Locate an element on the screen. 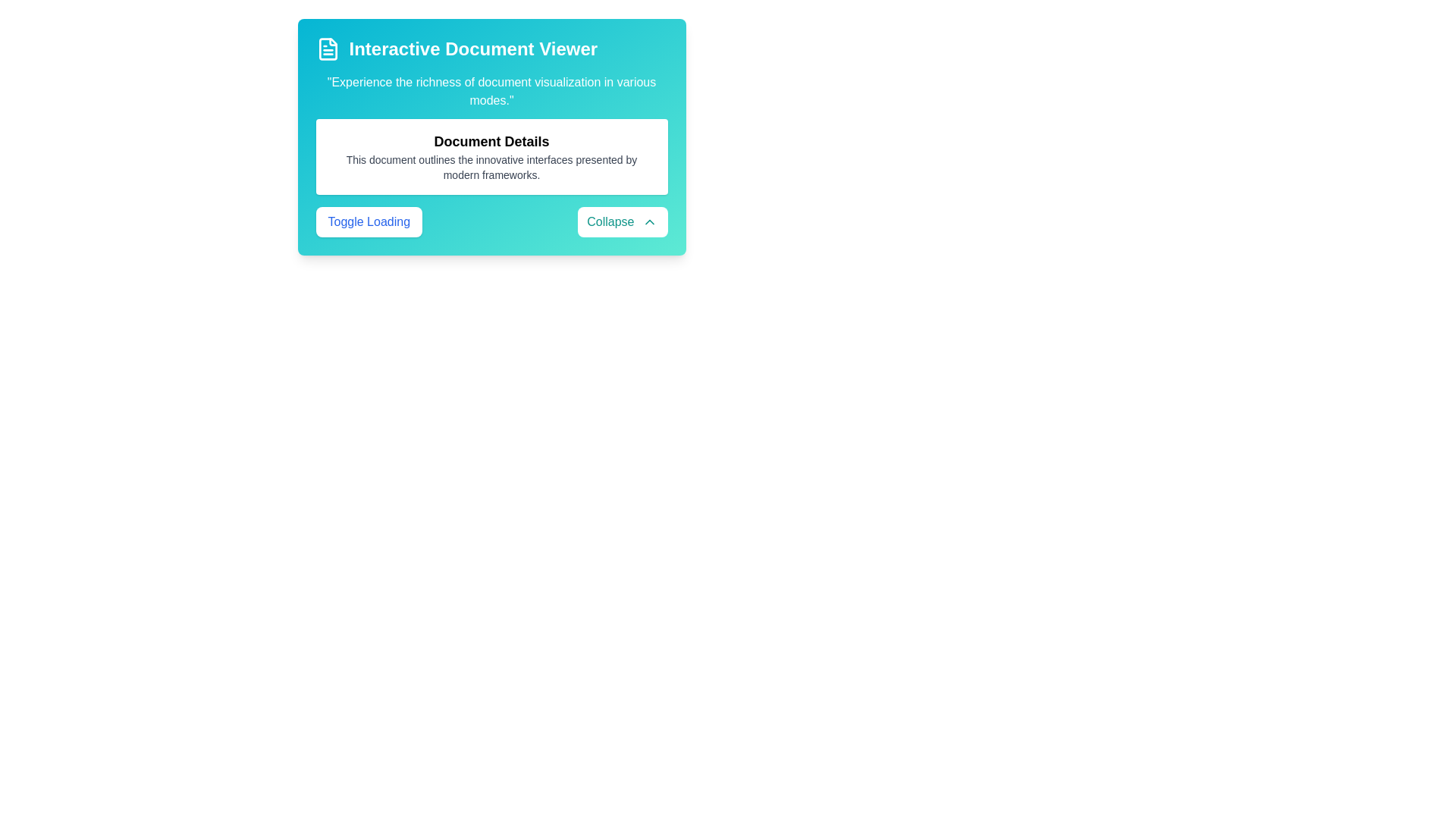 The width and height of the screenshot is (1456, 819). the 'Interactive Document Viewer' text label located at the top of the interactive card layout is located at coordinates (472, 49).